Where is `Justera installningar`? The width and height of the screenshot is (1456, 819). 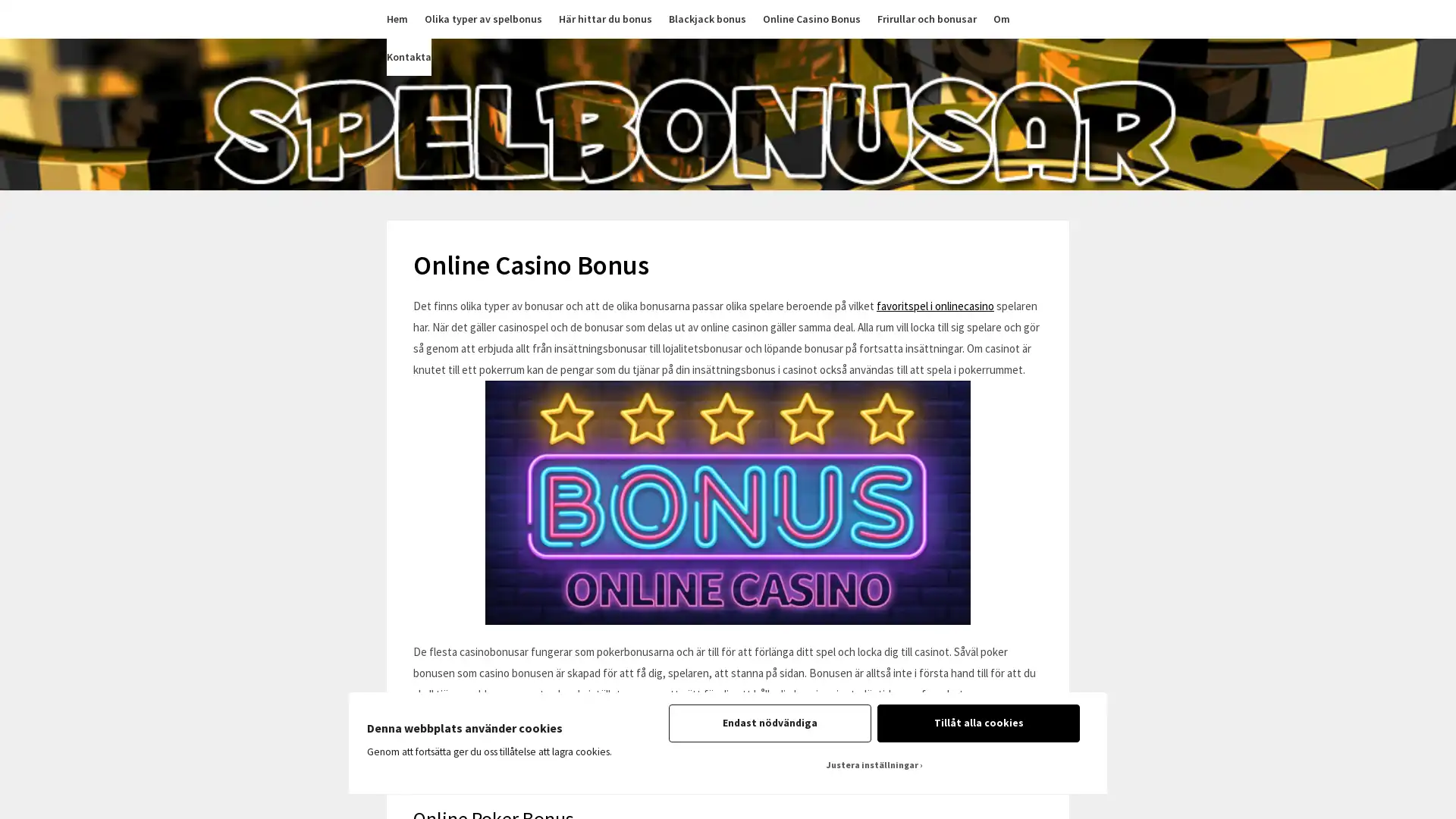 Justera installningar is located at coordinates (874, 765).